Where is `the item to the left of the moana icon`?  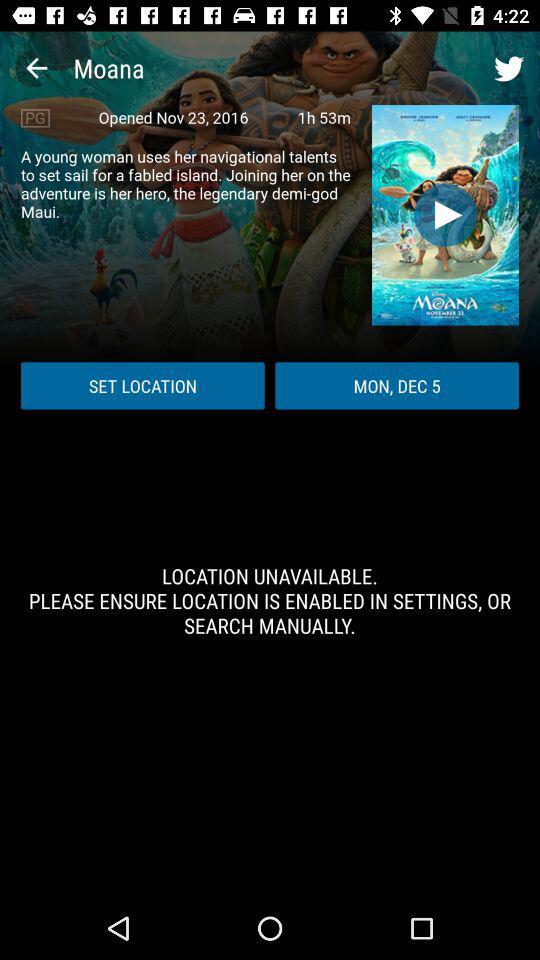 the item to the left of the moana icon is located at coordinates (36, 68).